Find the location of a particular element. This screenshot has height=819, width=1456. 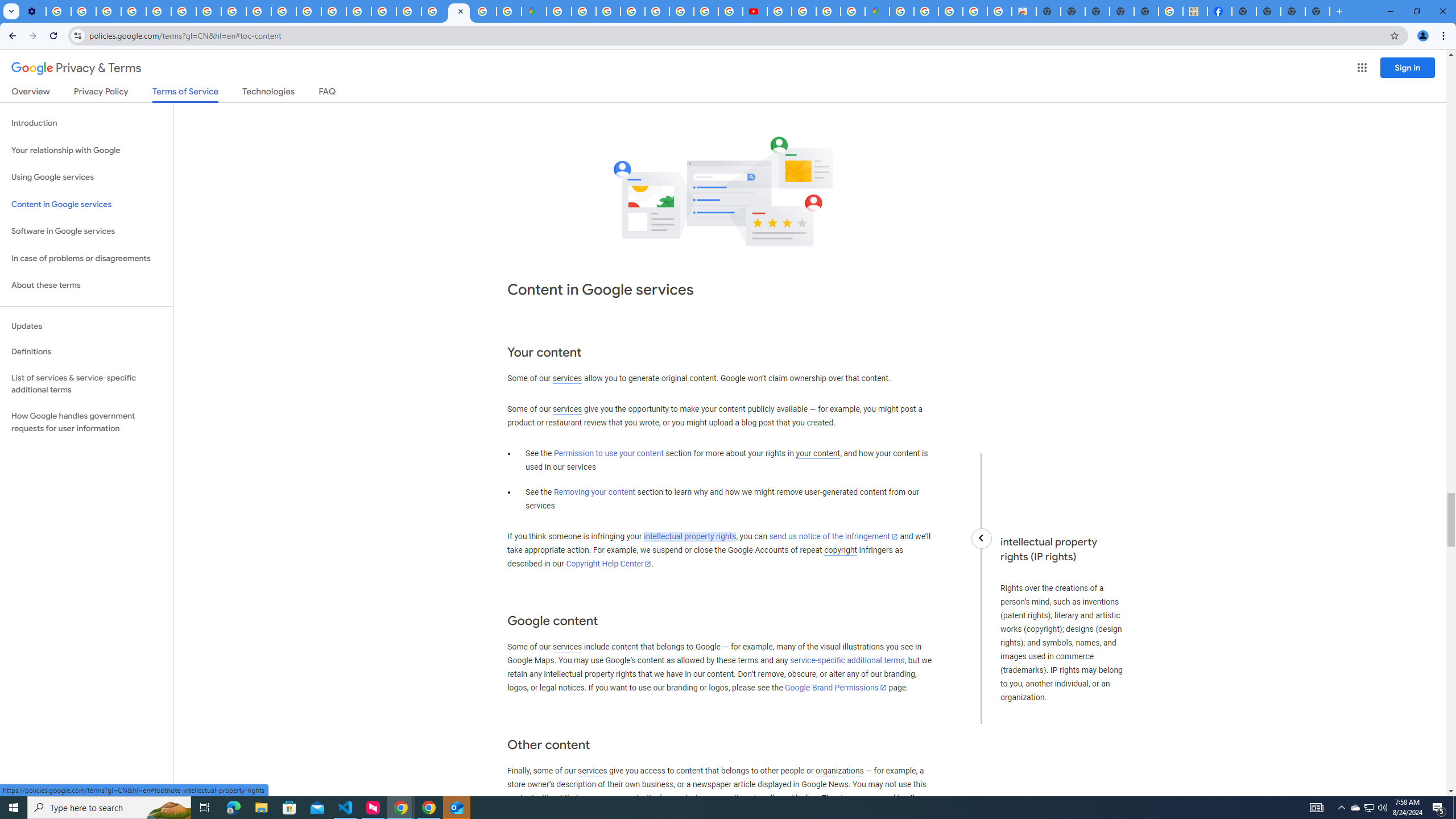

'Privacy Help Center - Policies Help' is located at coordinates (158, 11).